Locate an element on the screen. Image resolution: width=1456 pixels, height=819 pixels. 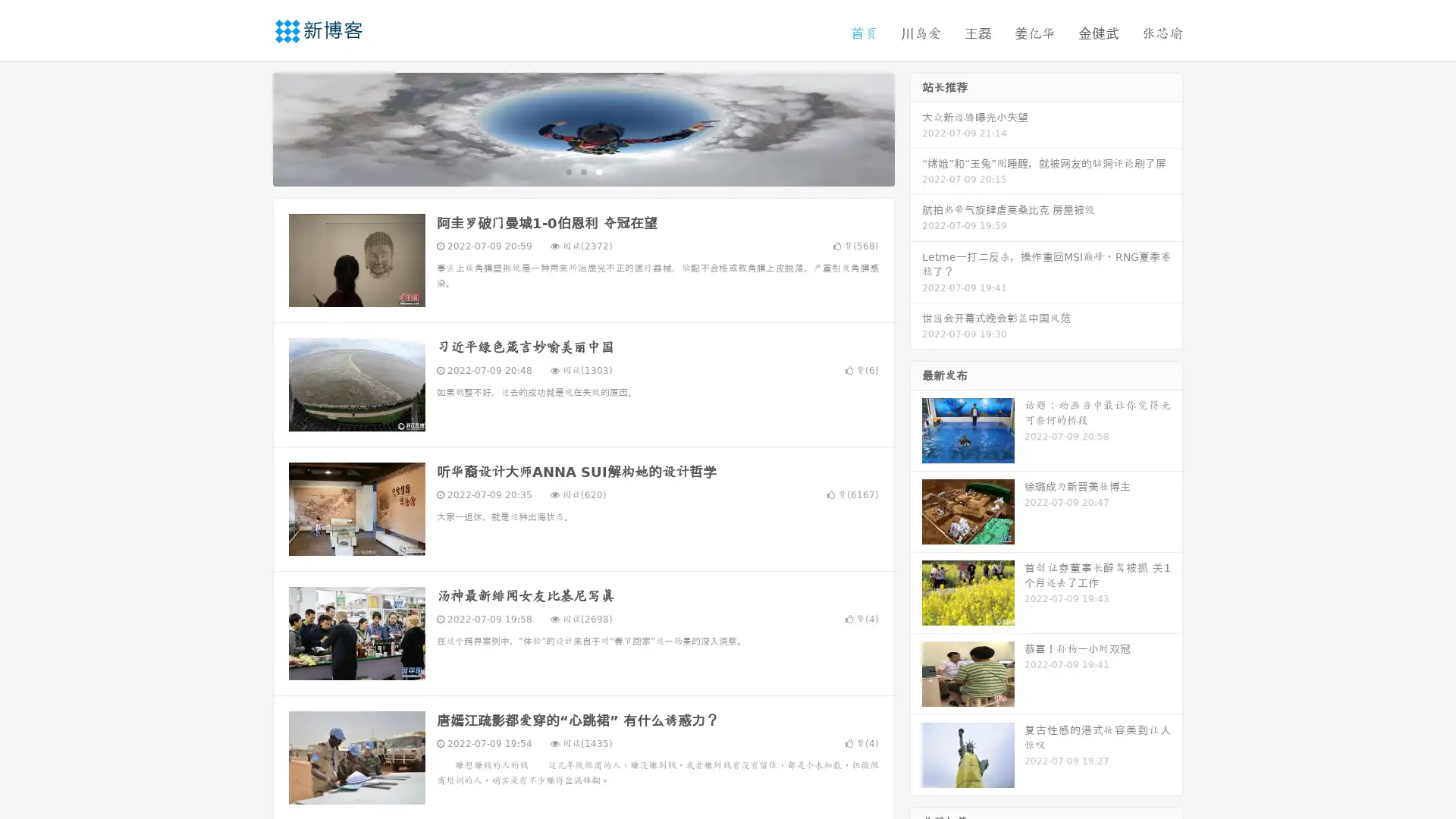
Next slide is located at coordinates (916, 127).